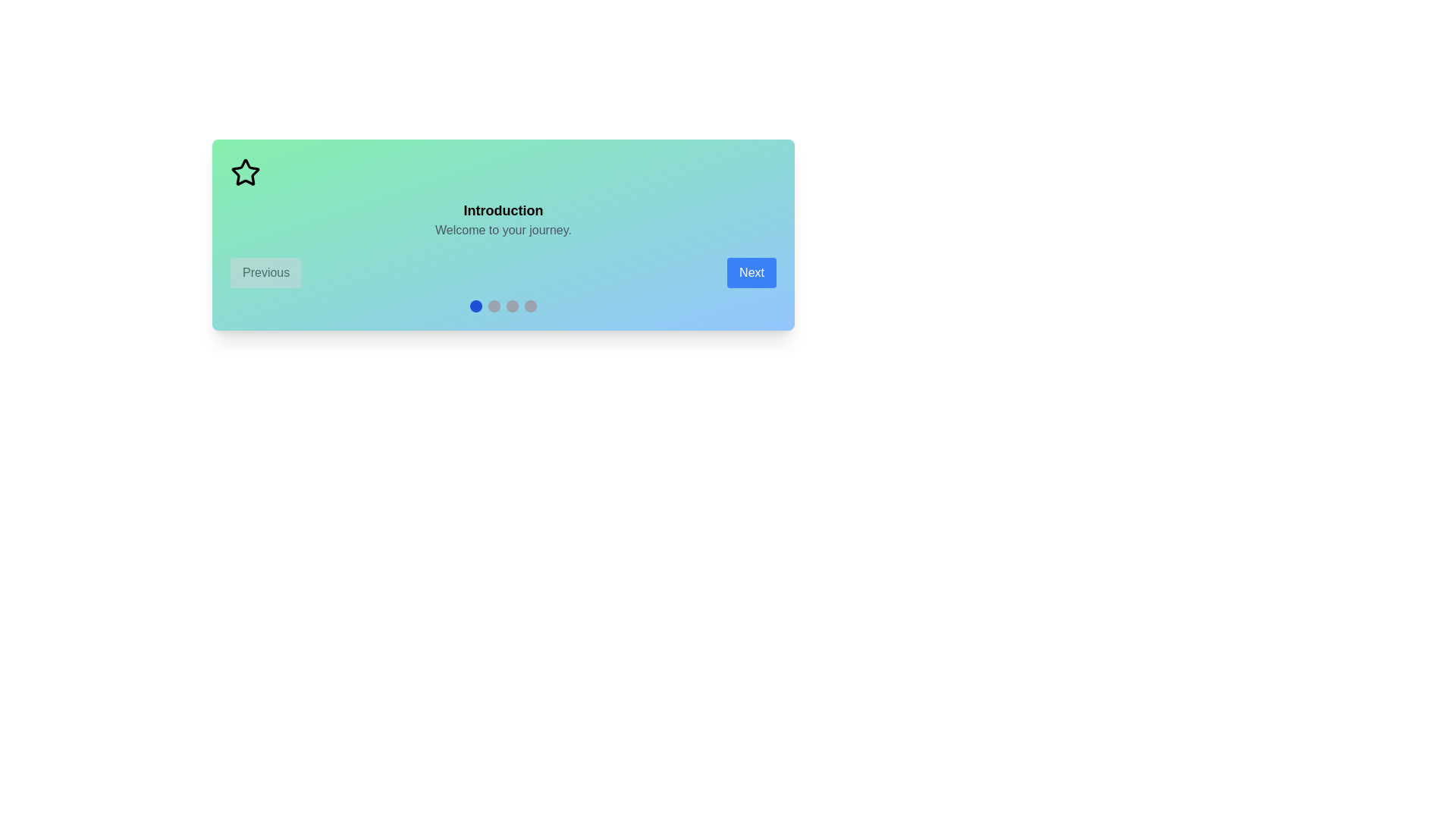 This screenshot has width=1456, height=819. What do you see at coordinates (513, 306) in the screenshot?
I see `the indicator corresponding to the scene number 3` at bounding box center [513, 306].